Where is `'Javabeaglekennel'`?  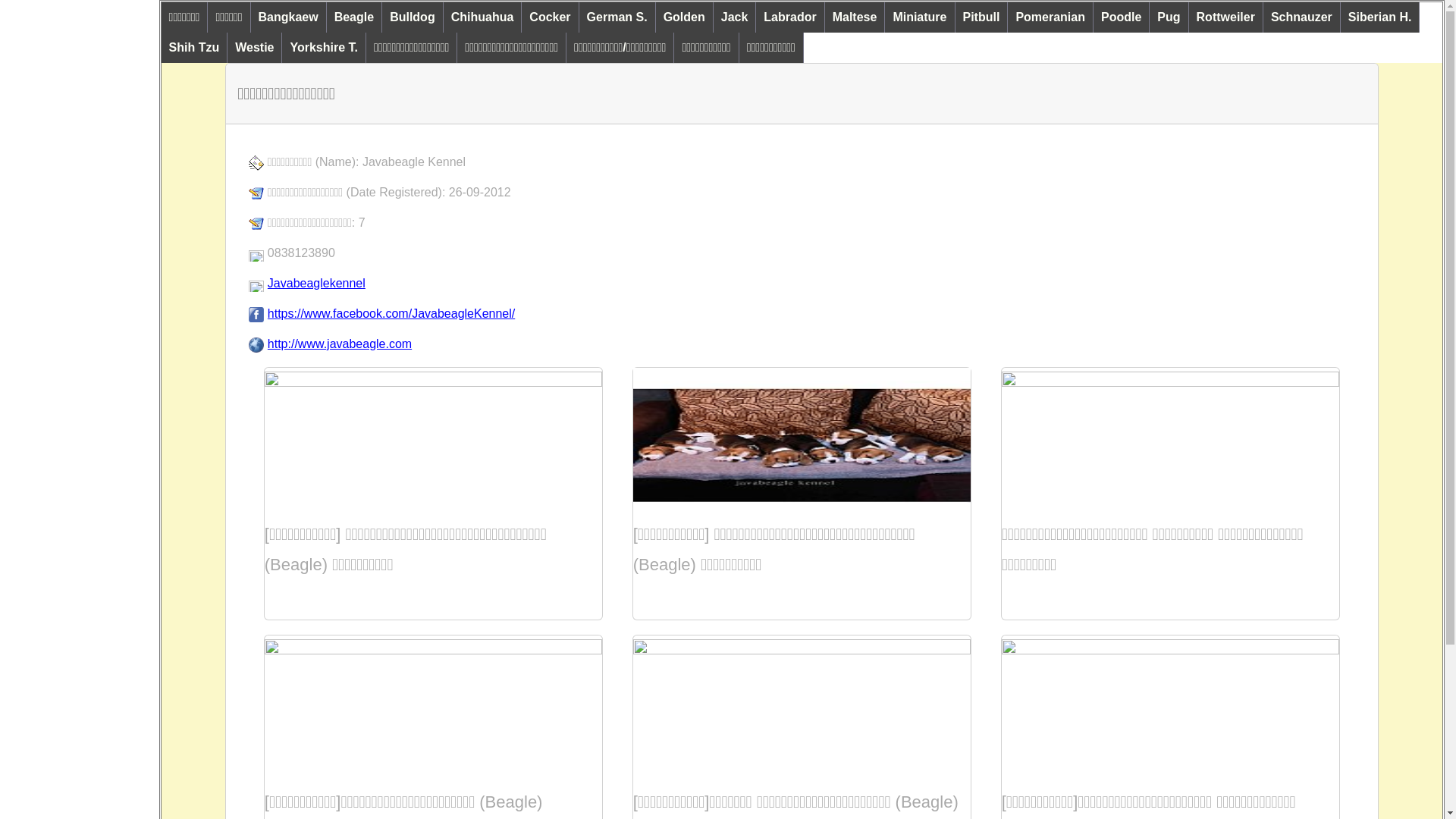 'Javabeaglekennel' is located at coordinates (315, 283).